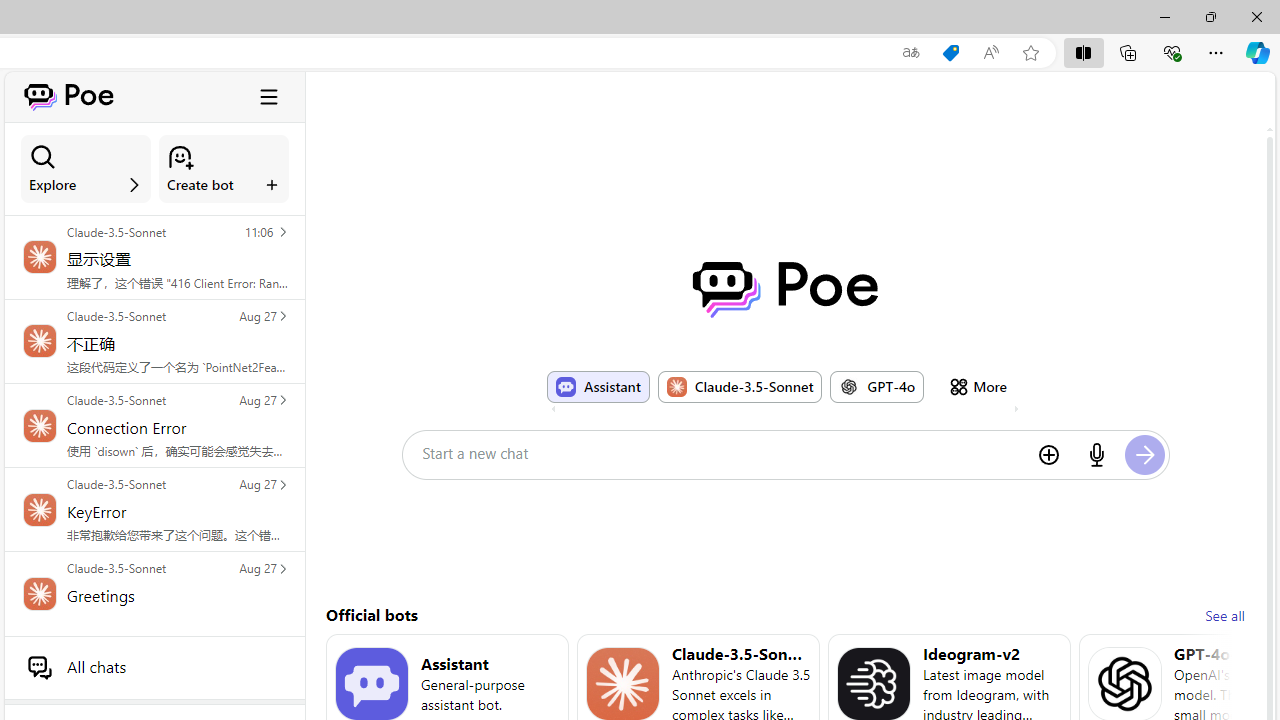 The height and width of the screenshot is (720, 1280). What do you see at coordinates (877, 386) in the screenshot?
I see `'Bot image for GPT-4o GPT-4o'` at bounding box center [877, 386].